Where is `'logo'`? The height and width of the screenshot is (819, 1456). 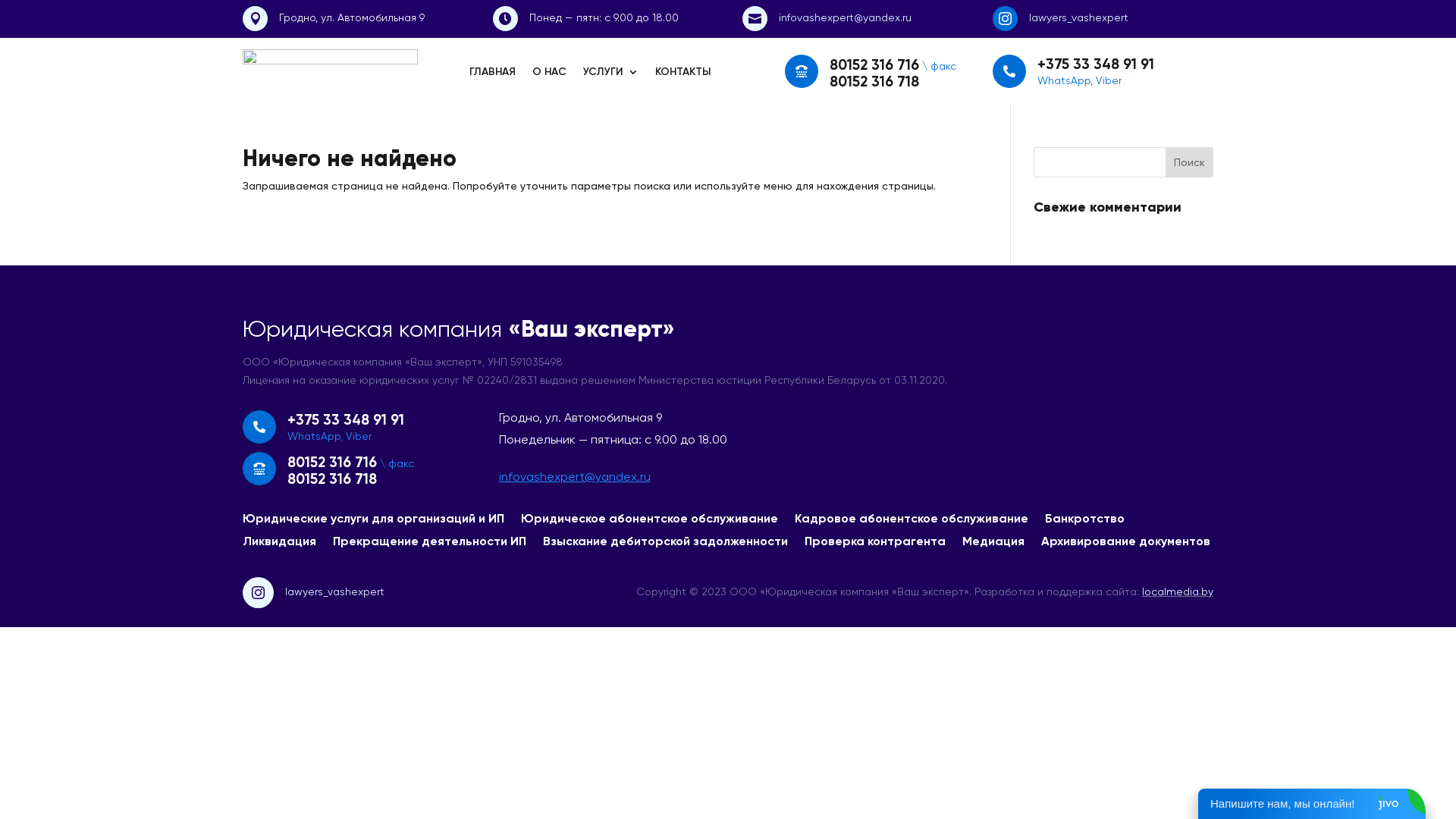 'logo' is located at coordinates (329, 70).